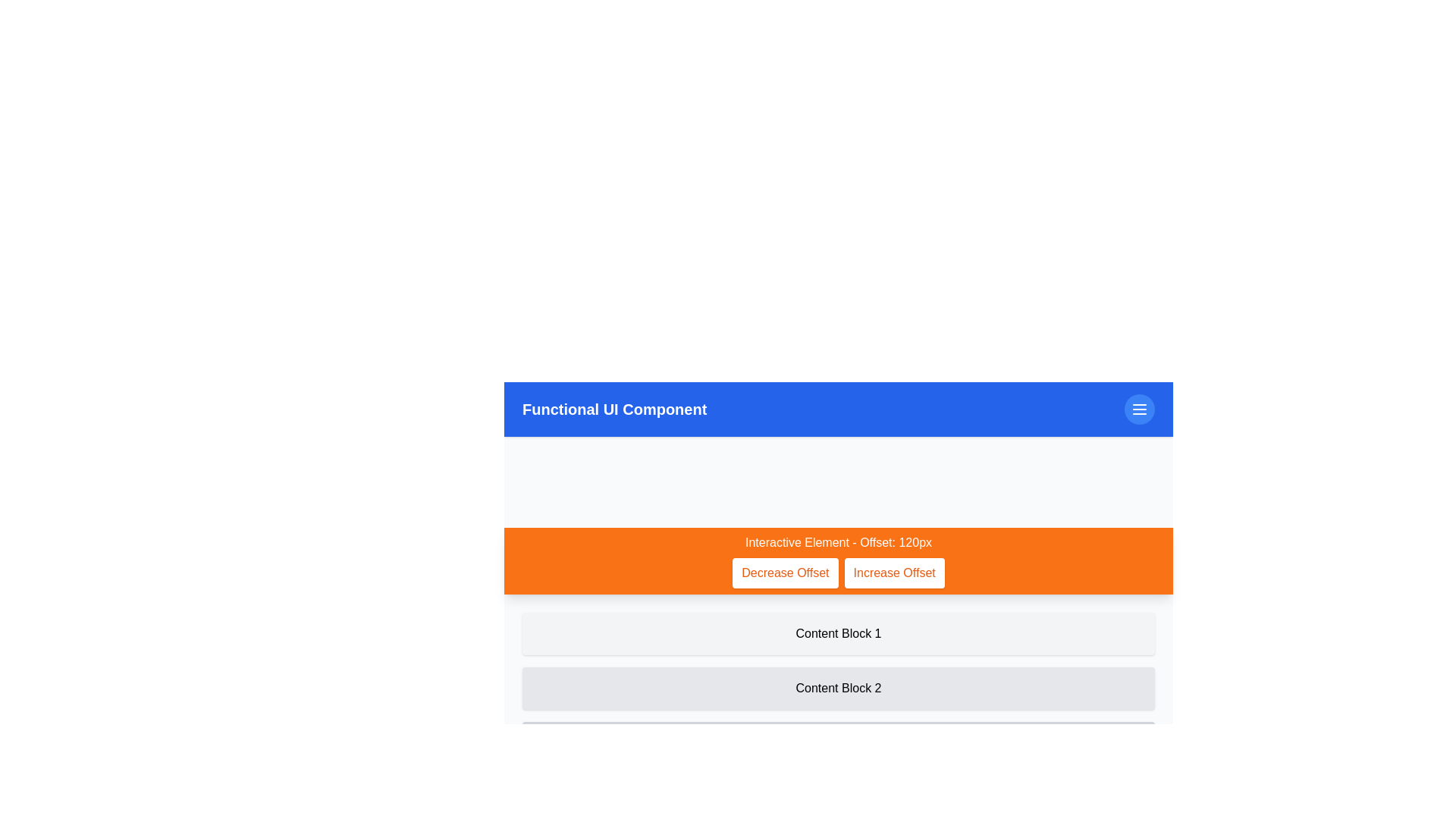  What do you see at coordinates (837, 573) in the screenshot?
I see `the 'Increase Offset' button in the Button Group, which is part of the orange background bar labeled 'Interactive Element - Offset: 120px'` at bounding box center [837, 573].